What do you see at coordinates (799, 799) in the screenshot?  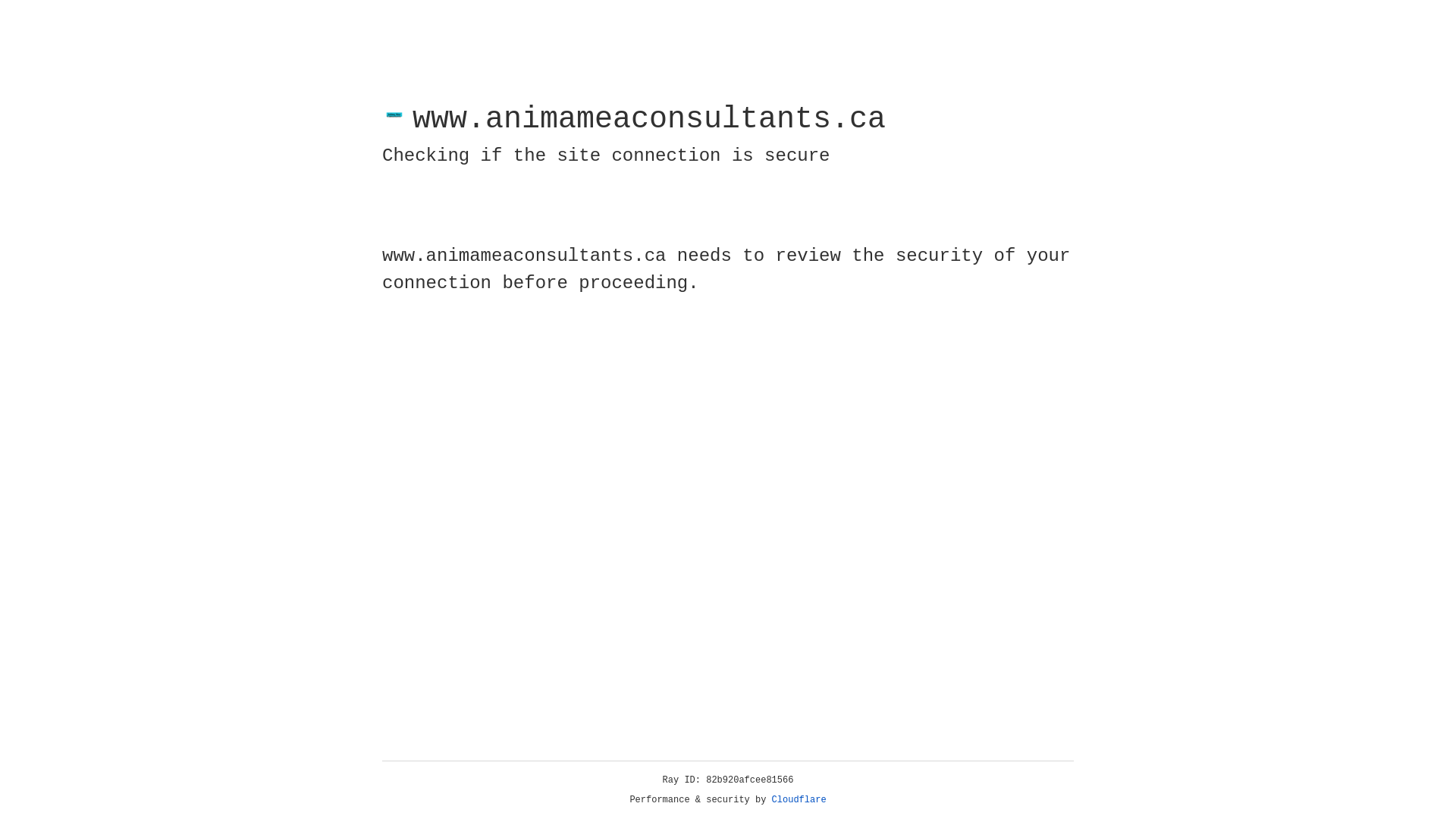 I see `'Cloudflare'` at bounding box center [799, 799].